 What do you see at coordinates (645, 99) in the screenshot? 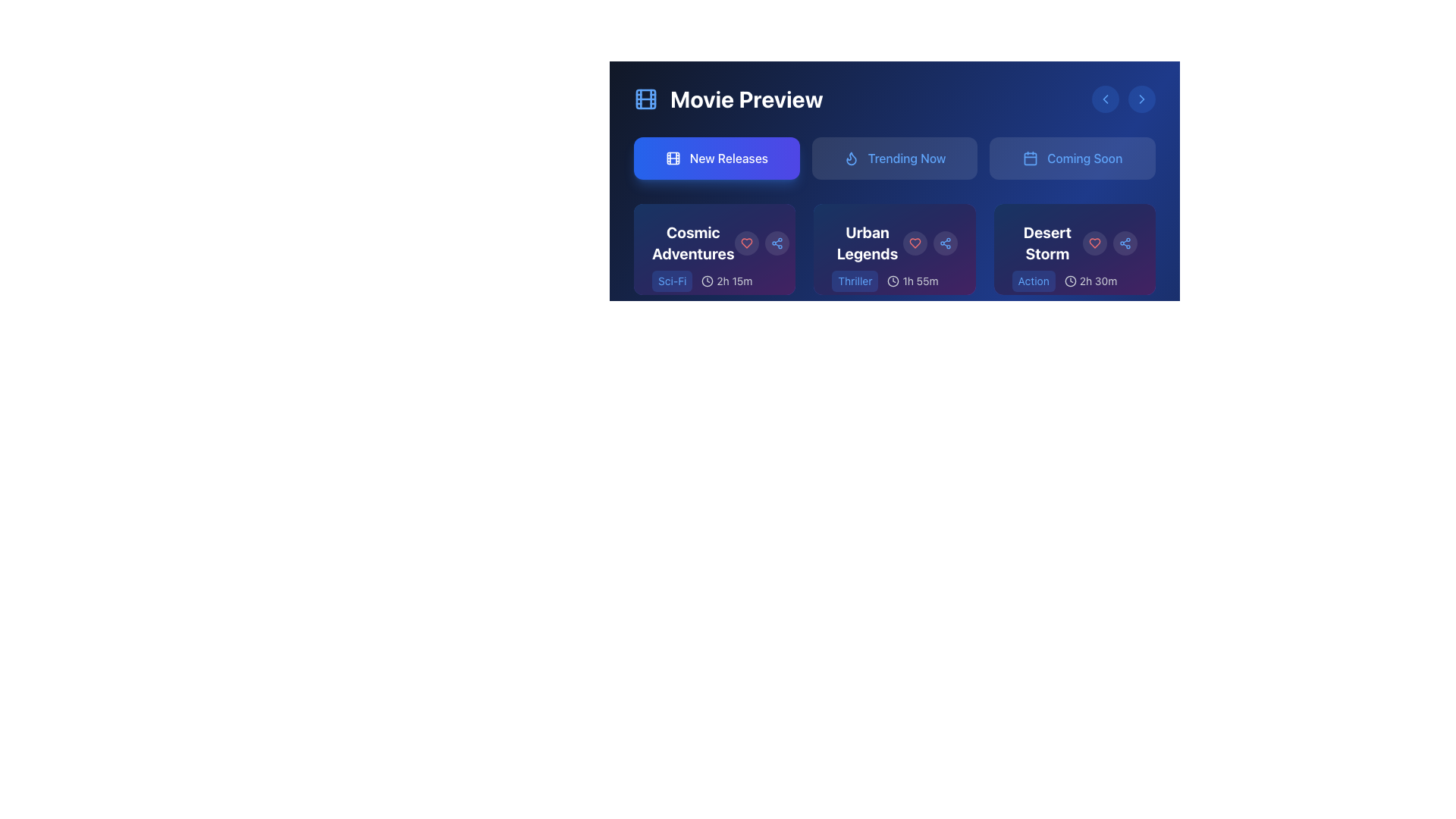
I see `the rounded rectangle within the film reel icon, which features a blue background and is located at the top-left corner of the layout` at bounding box center [645, 99].